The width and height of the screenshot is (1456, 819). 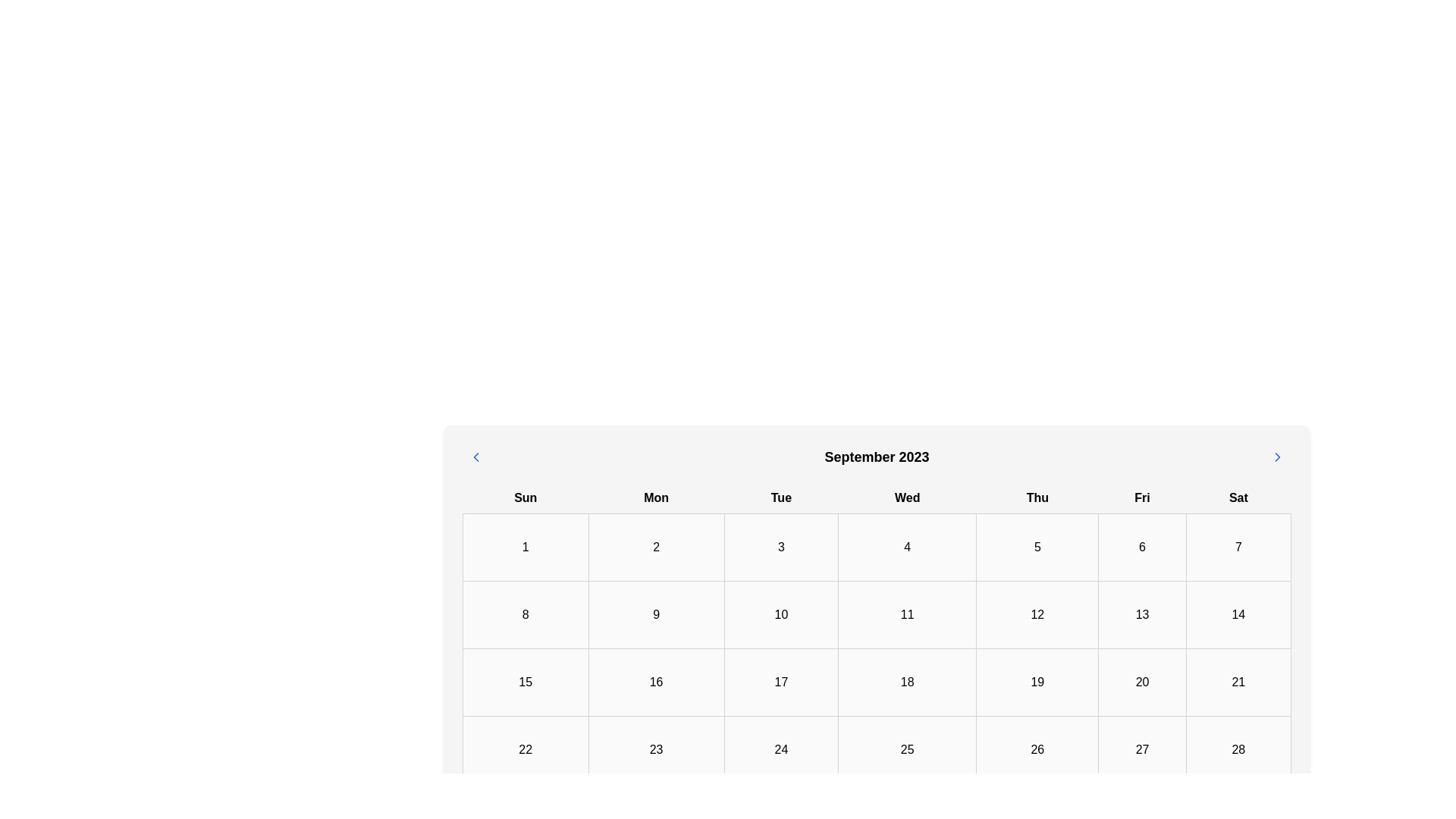 I want to click on the date cell in the second row of the calendar grid layout, so click(x=877, y=614).